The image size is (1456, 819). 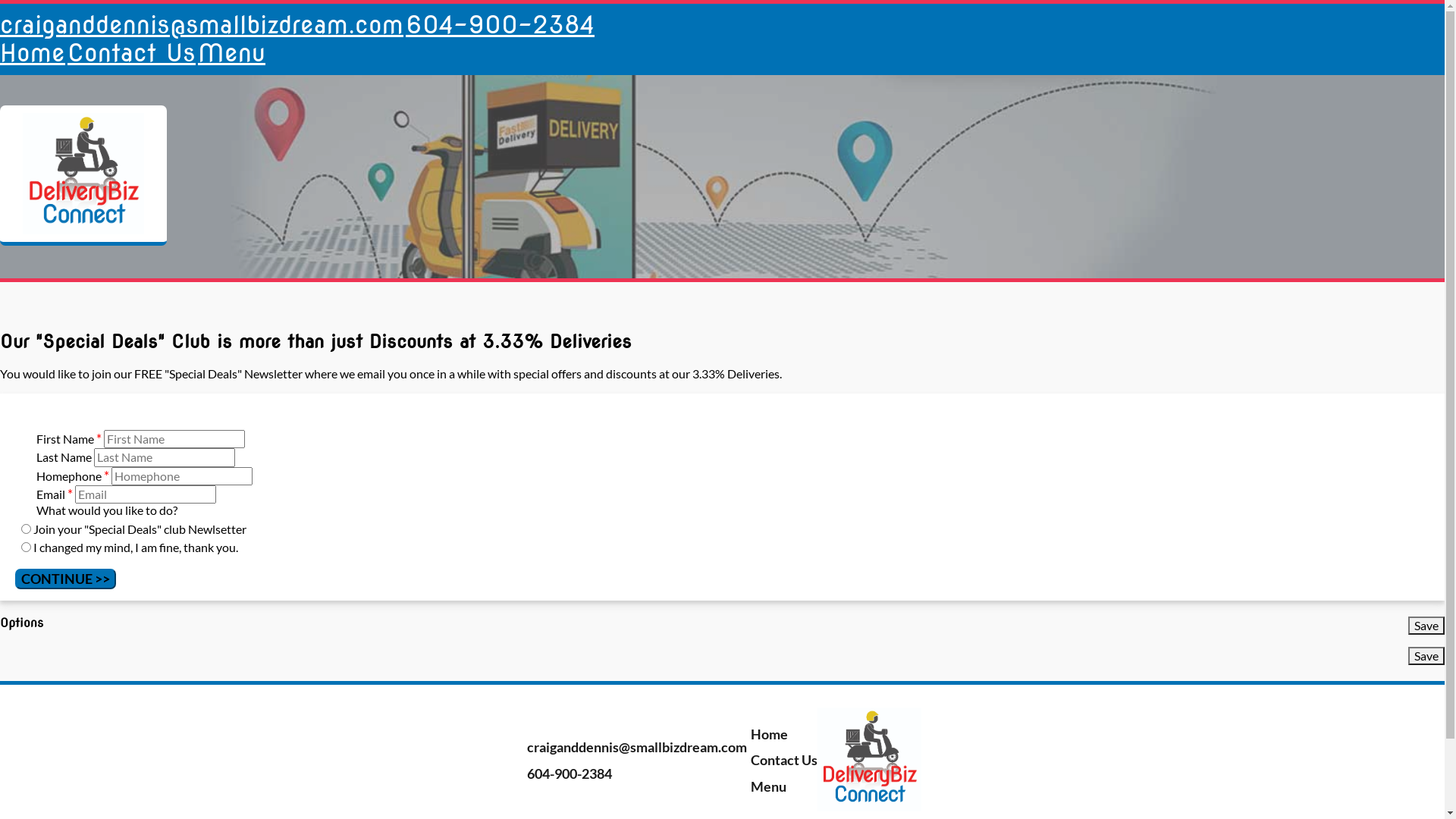 I want to click on 'This field cannot be blank.', so click(x=146, y=494).